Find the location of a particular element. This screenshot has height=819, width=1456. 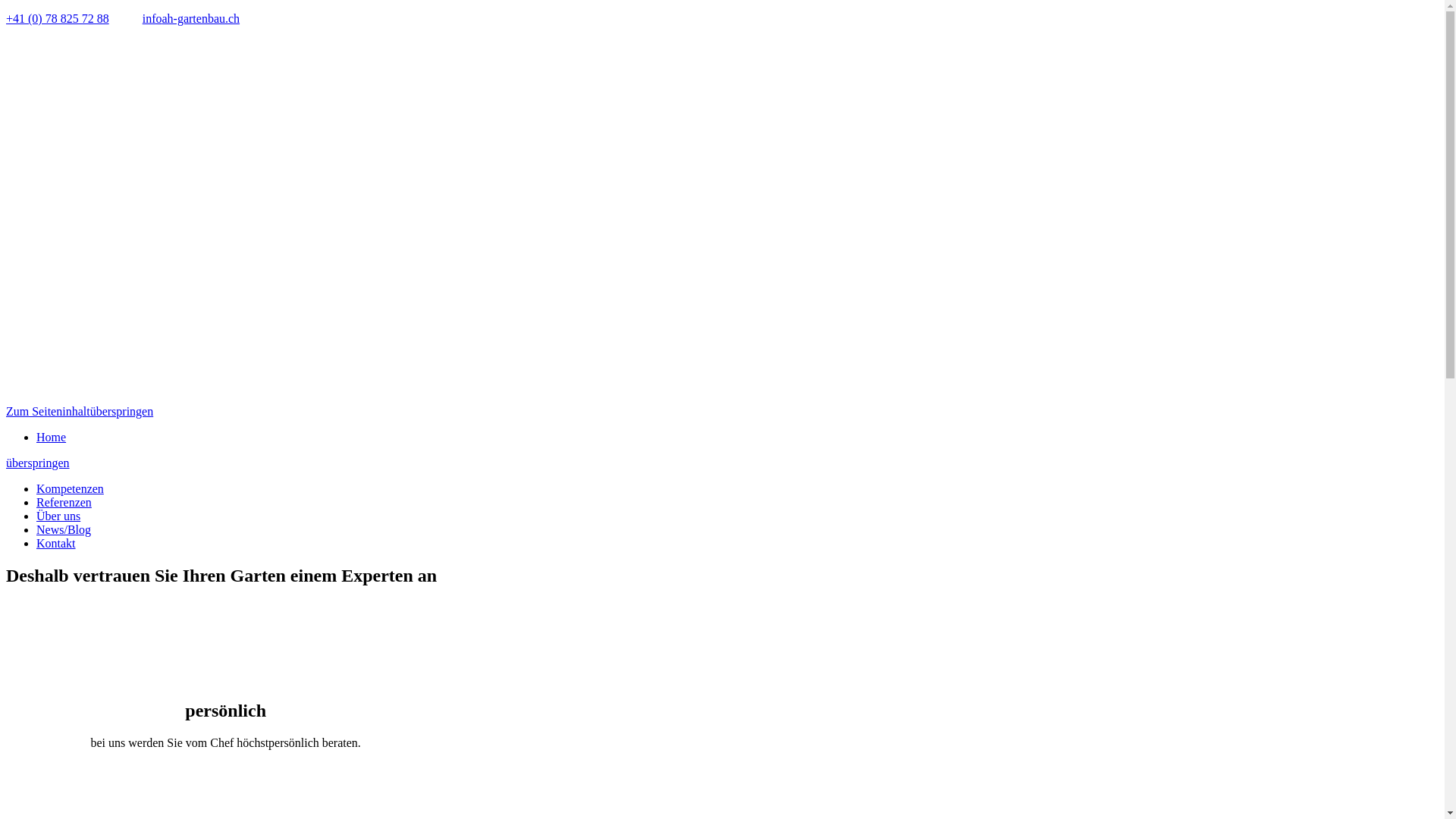

'AH Gartenbau' is located at coordinates (187, 219).